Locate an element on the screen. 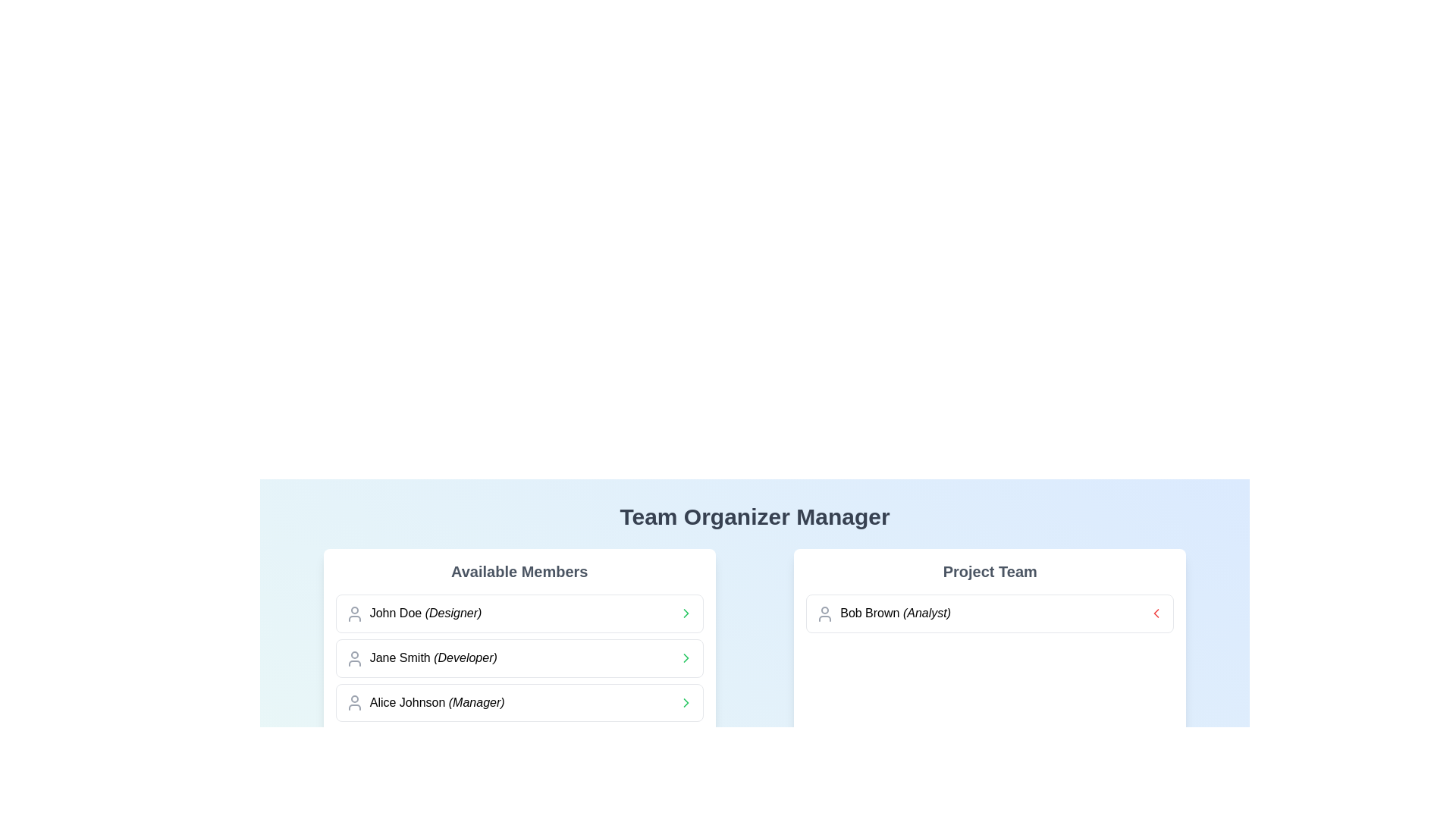 This screenshot has height=819, width=1456. the 'Bob Brown' text element with the title 'Analyst' in the 'Project Team' section, which is the first entry in the list of team members is located at coordinates (883, 613).